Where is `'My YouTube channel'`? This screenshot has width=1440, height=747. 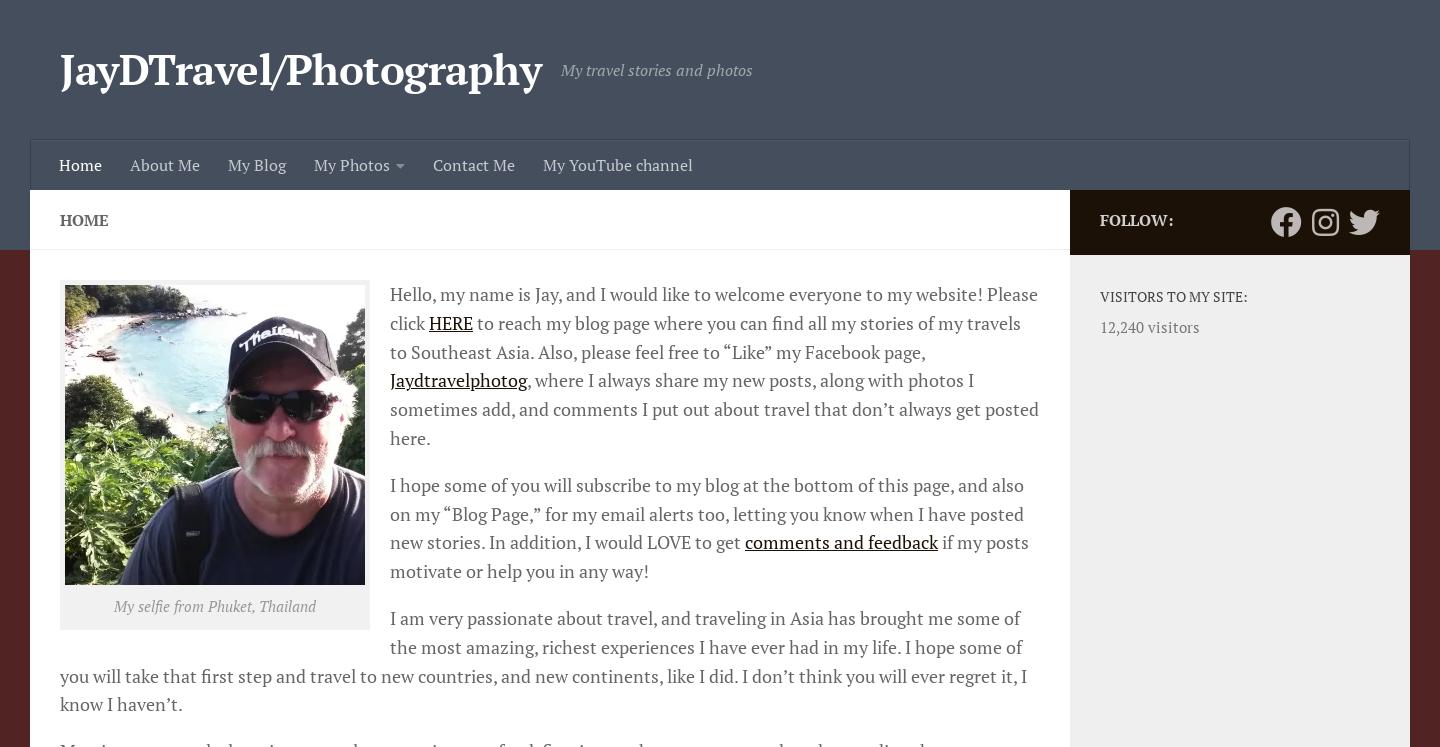 'My YouTube channel' is located at coordinates (617, 164).